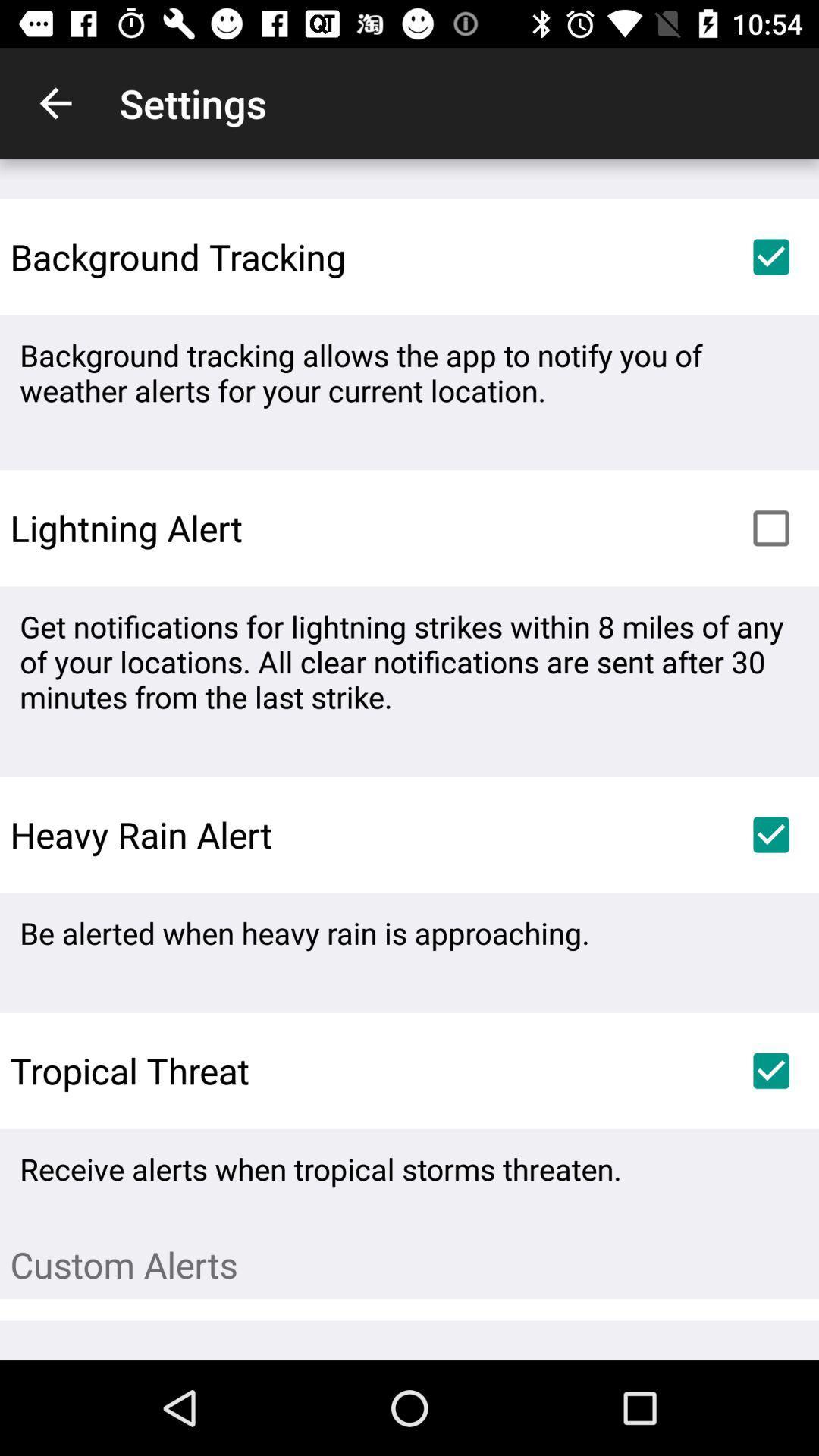 The image size is (819, 1456). What do you see at coordinates (771, 528) in the screenshot?
I see `lightning alert notifications` at bounding box center [771, 528].